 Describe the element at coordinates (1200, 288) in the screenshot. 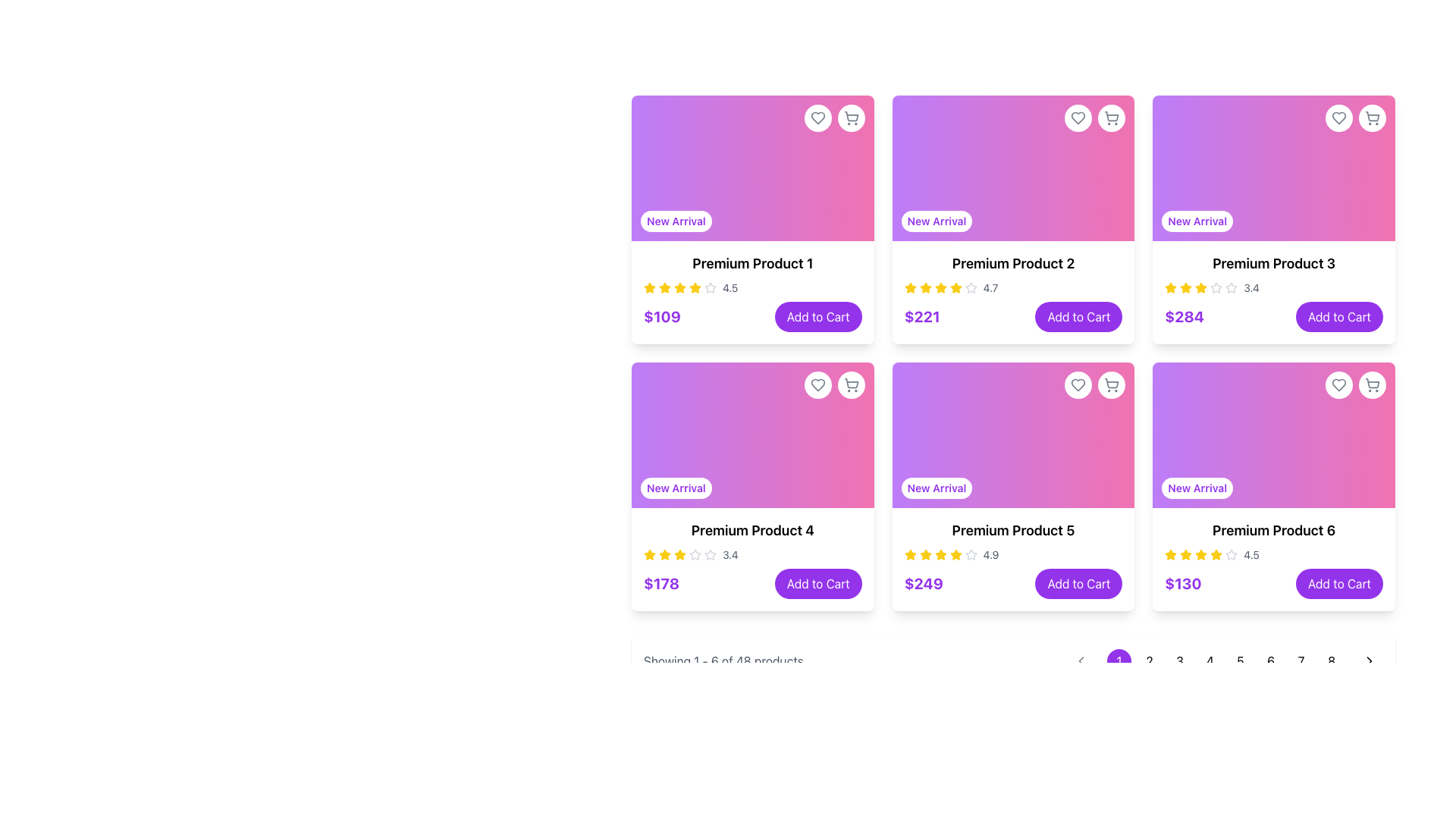

I see `the fifth star icon representing a 3.4-star rating for the 'Premium Product 3', located below the product title` at that location.